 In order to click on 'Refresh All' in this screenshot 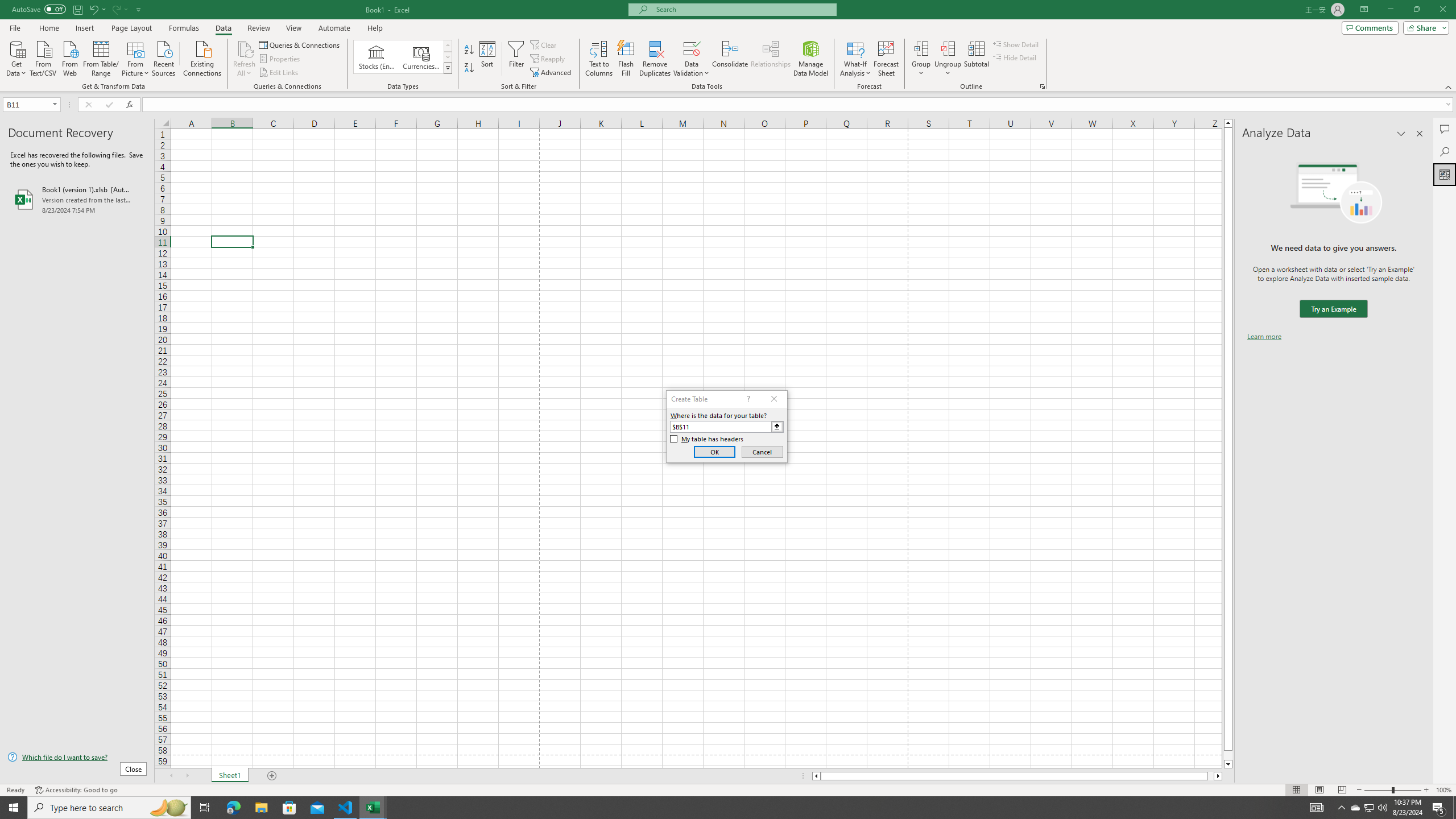, I will do `click(244, 59)`.